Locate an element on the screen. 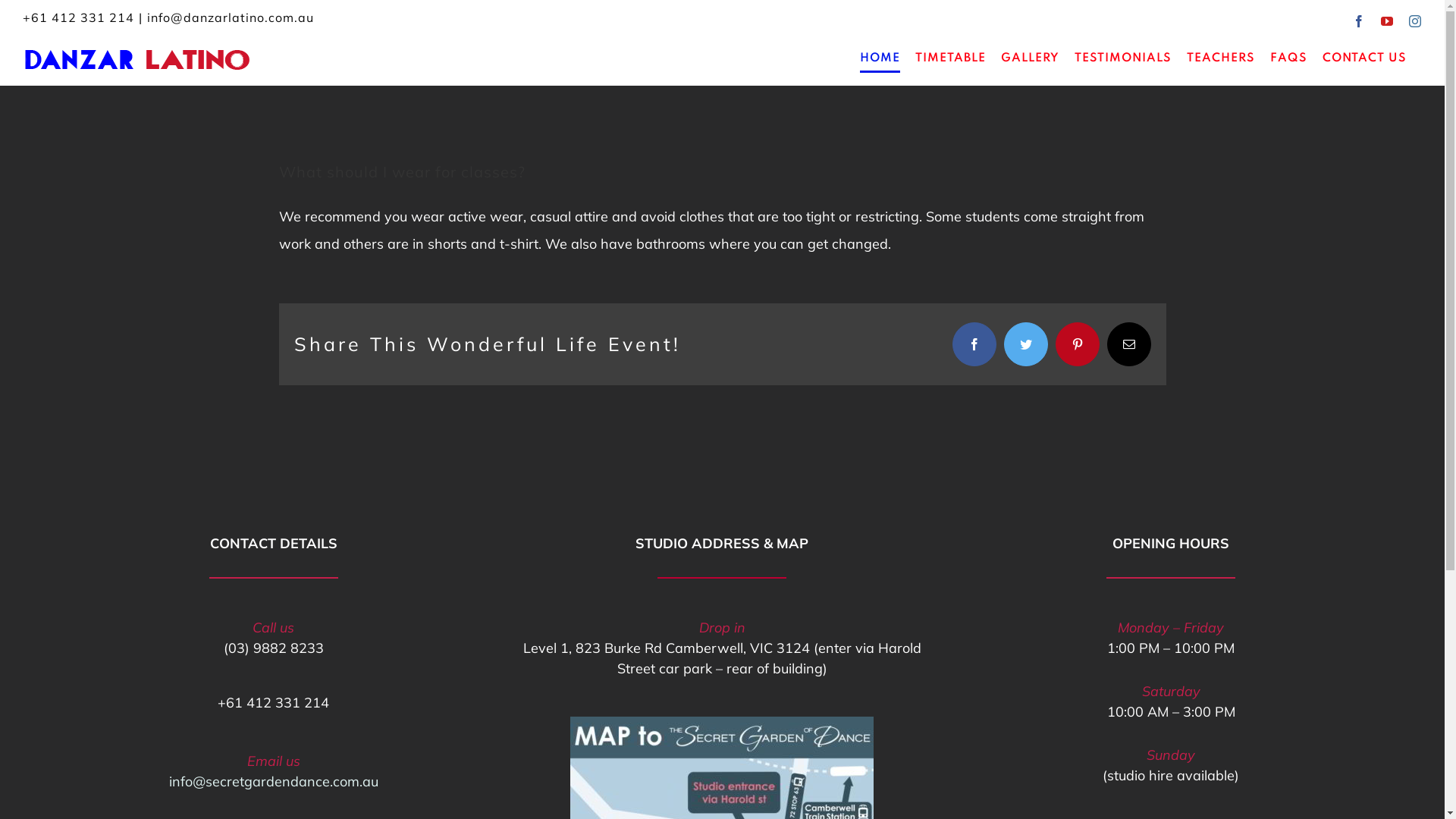 The height and width of the screenshot is (819, 1456). 'info@danzarlatino.com.au' is located at coordinates (229, 17).